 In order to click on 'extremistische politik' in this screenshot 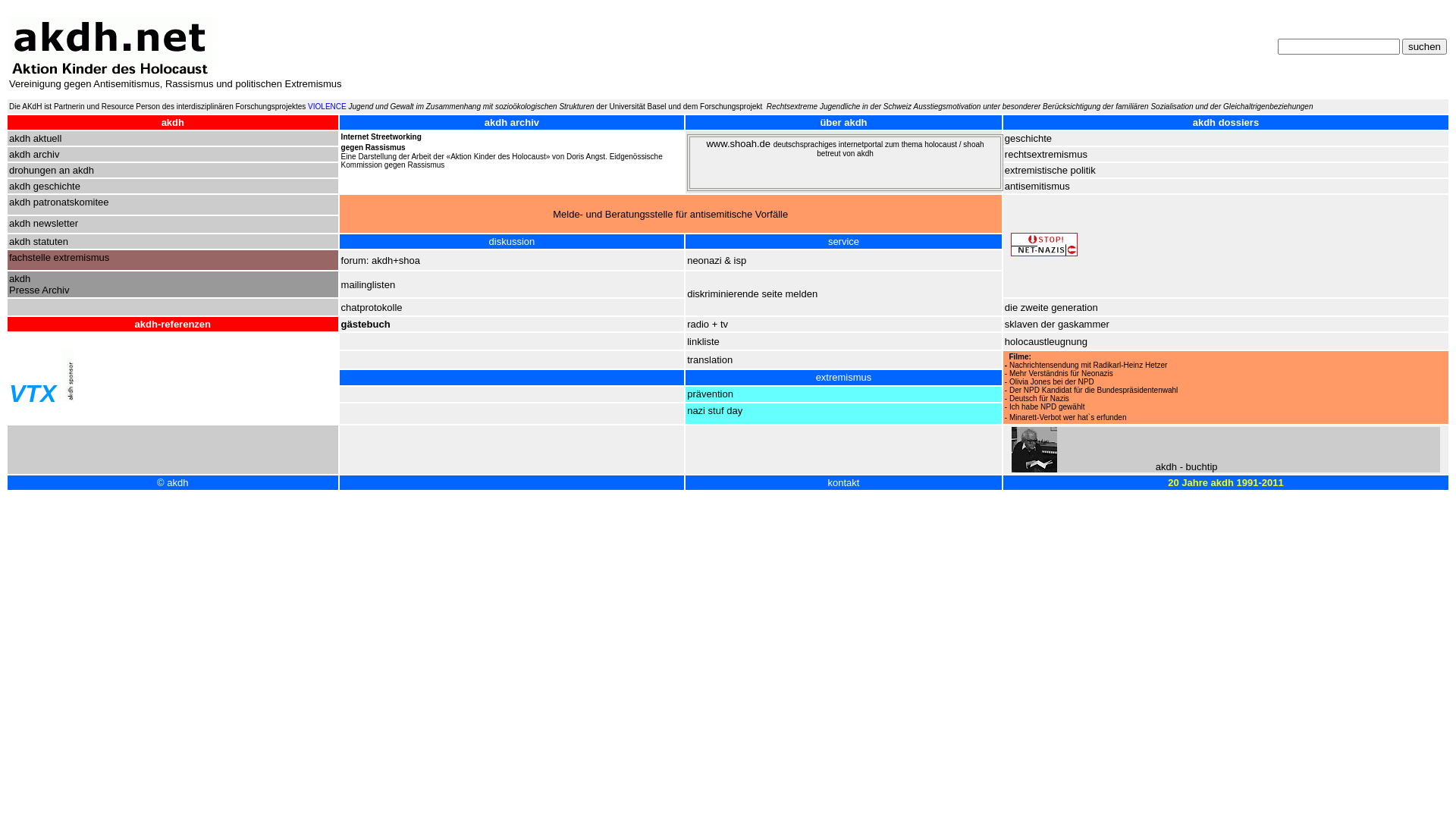, I will do `click(1050, 170)`.